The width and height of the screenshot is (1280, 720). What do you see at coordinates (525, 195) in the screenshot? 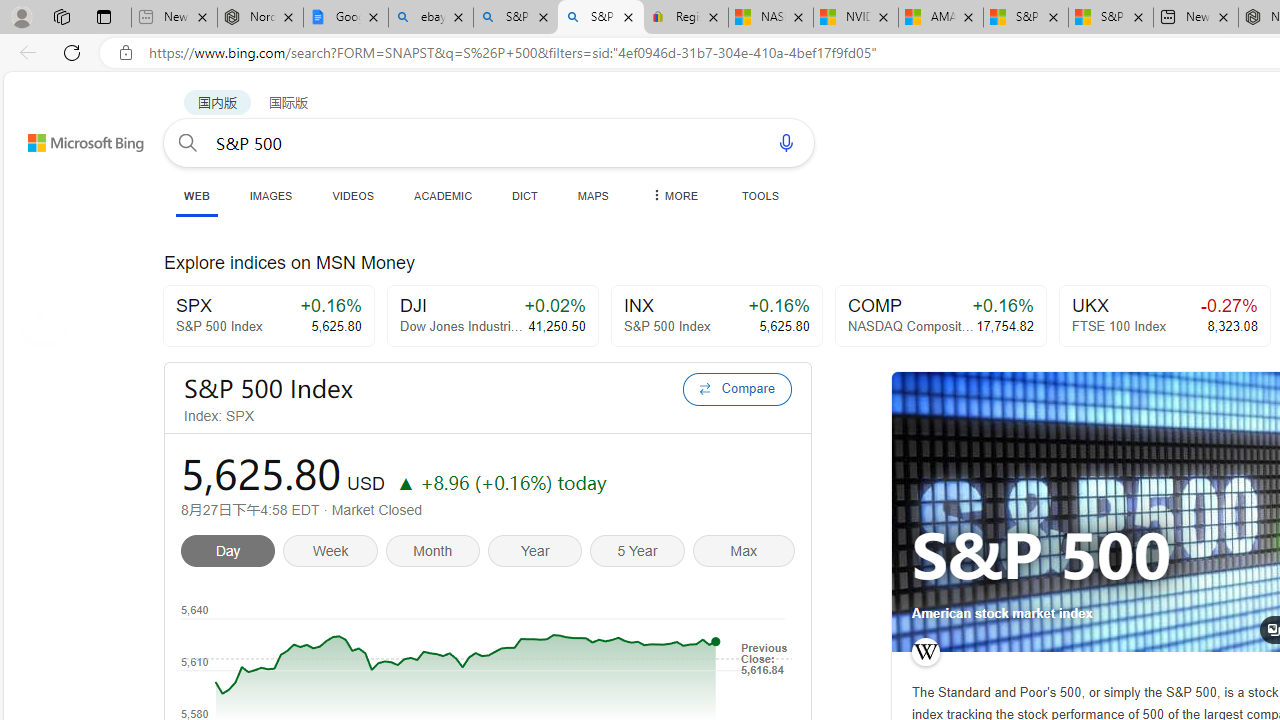
I see `'DICT'` at bounding box center [525, 195].